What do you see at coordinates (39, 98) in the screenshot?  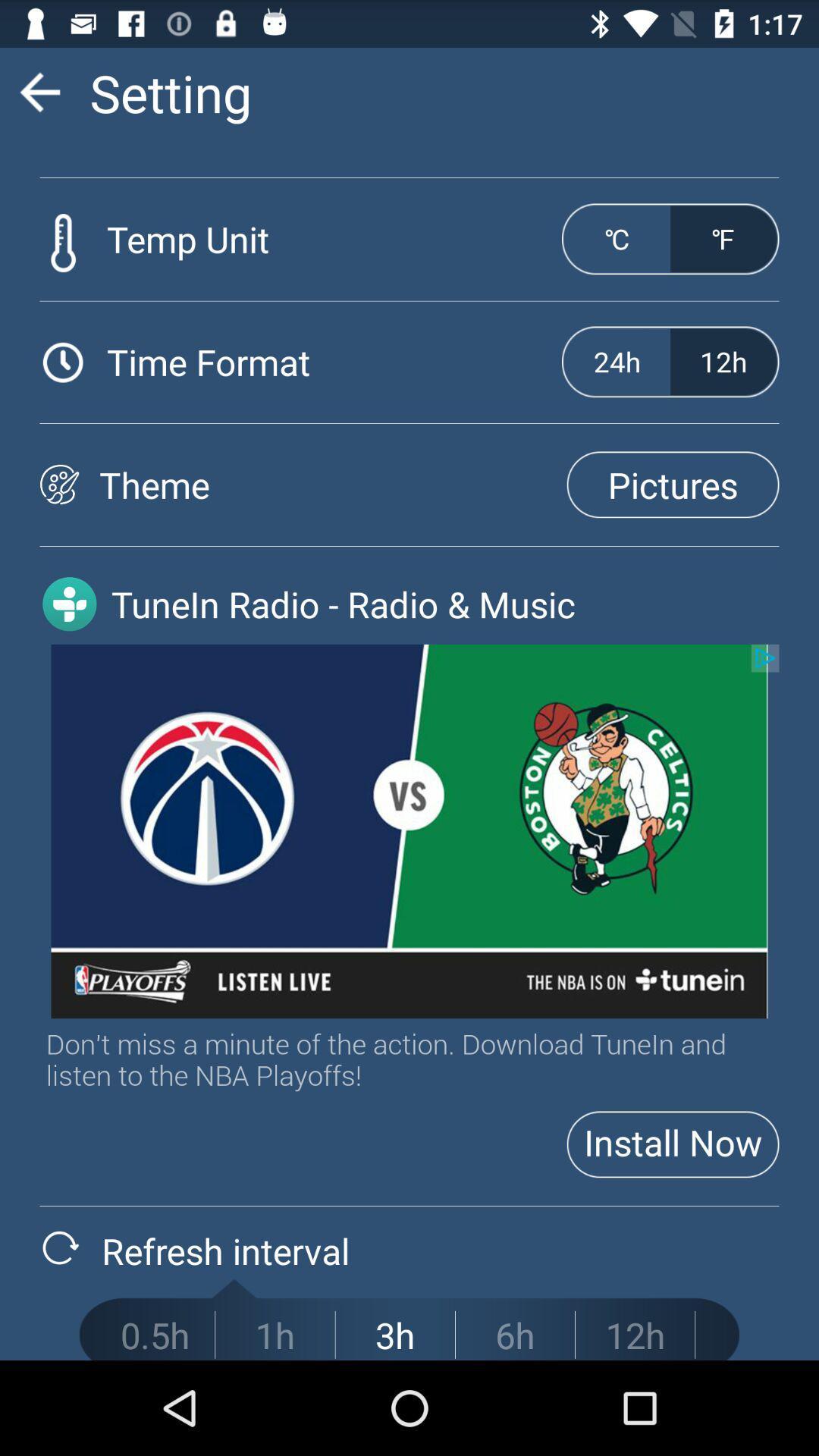 I see `the arrow_backward icon` at bounding box center [39, 98].